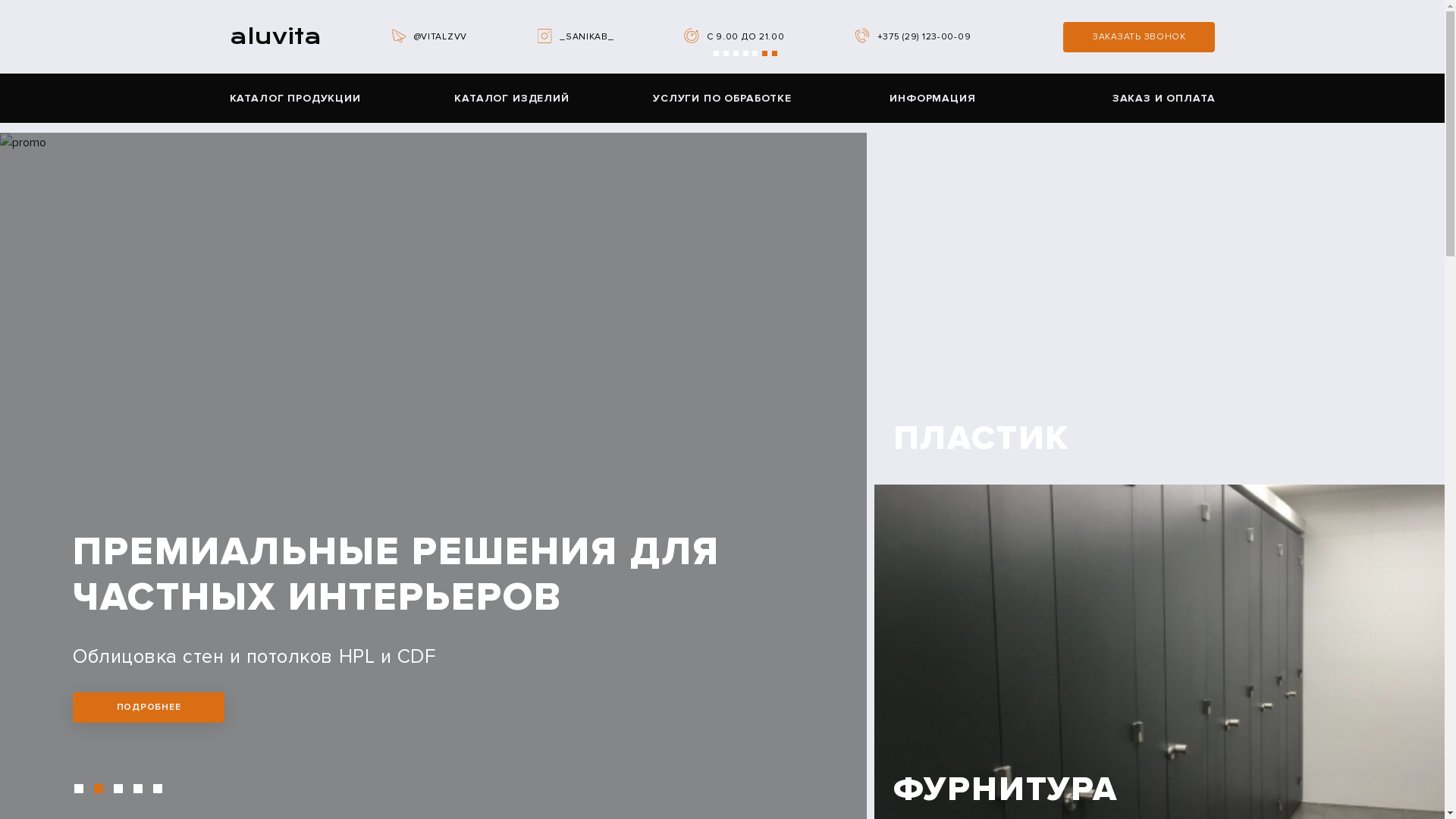 The image size is (1456, 819). What do you see at coordinates (585, 36) in the screenshot?
I see `'_SANIKAB_'` at bounding box center [585, 36].